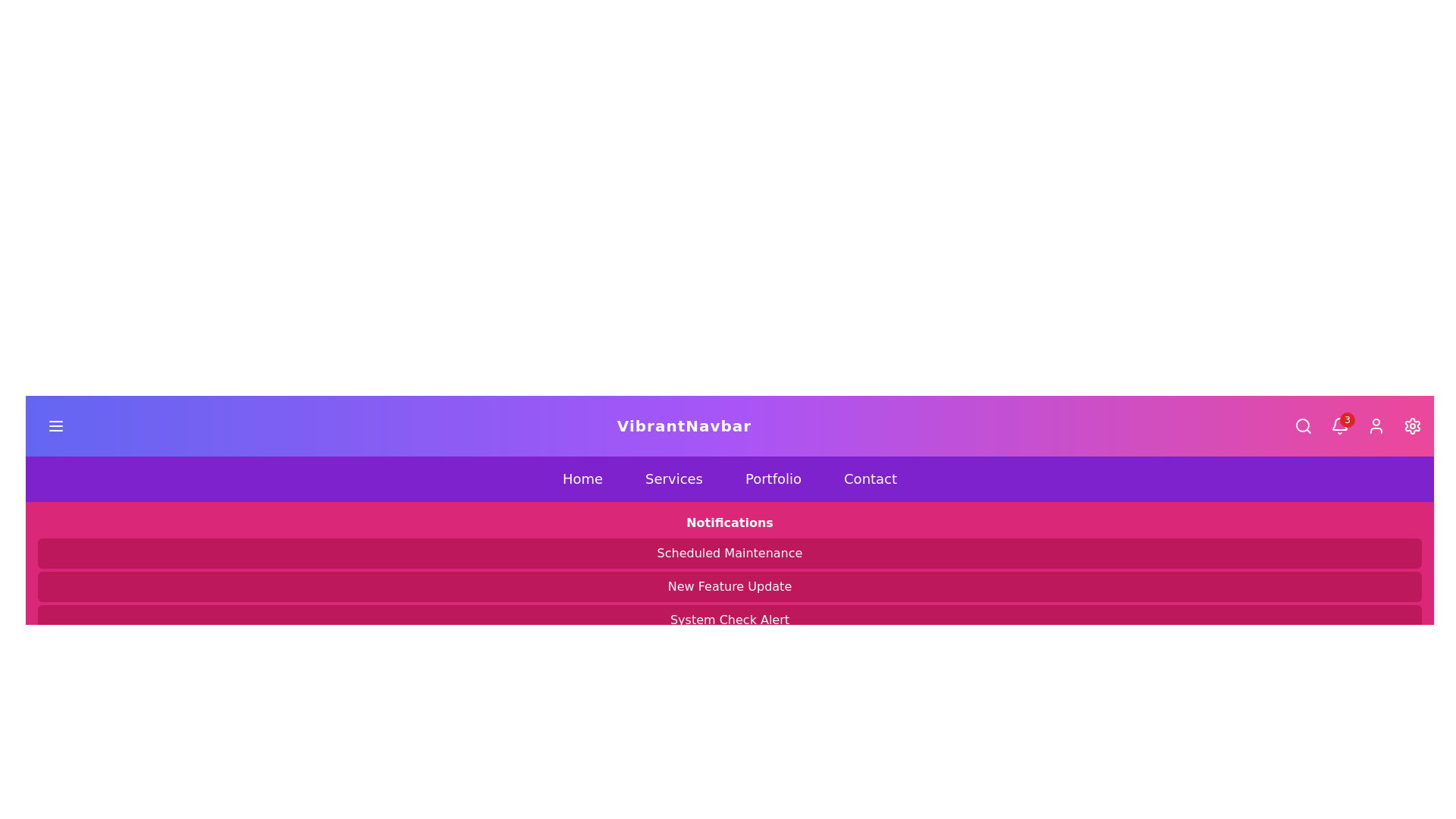 The height and width of the screenshot is (819, 1456). Describe the element at coordinates (1411, 426) in the screenshot. I see `the gear-shaped settings icon located at the far-right corner of the top navigation bar` at that location.